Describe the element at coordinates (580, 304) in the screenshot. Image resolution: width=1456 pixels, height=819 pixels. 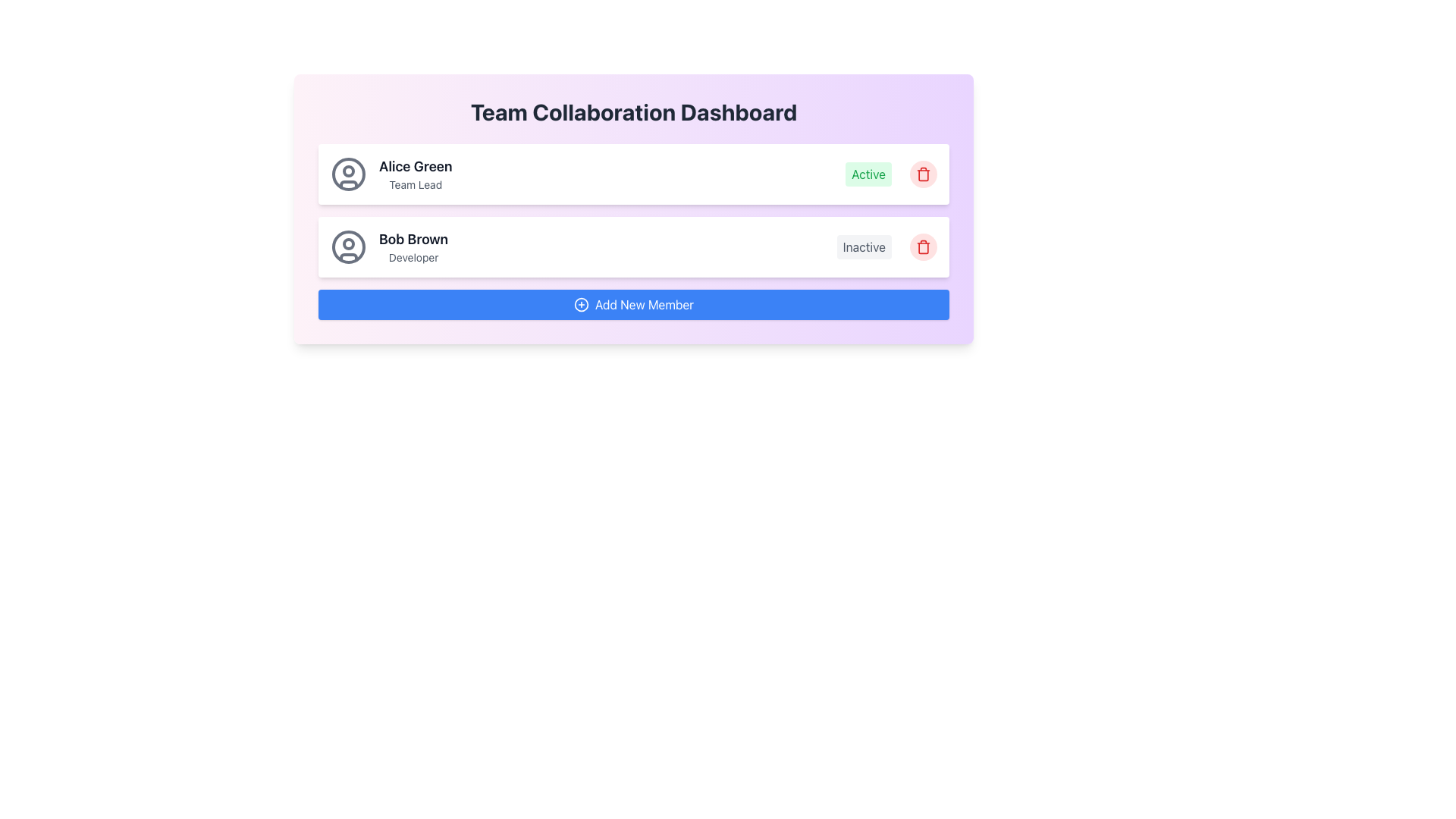
I see `the icon to the left of the 'Add New Member' button` at that location.